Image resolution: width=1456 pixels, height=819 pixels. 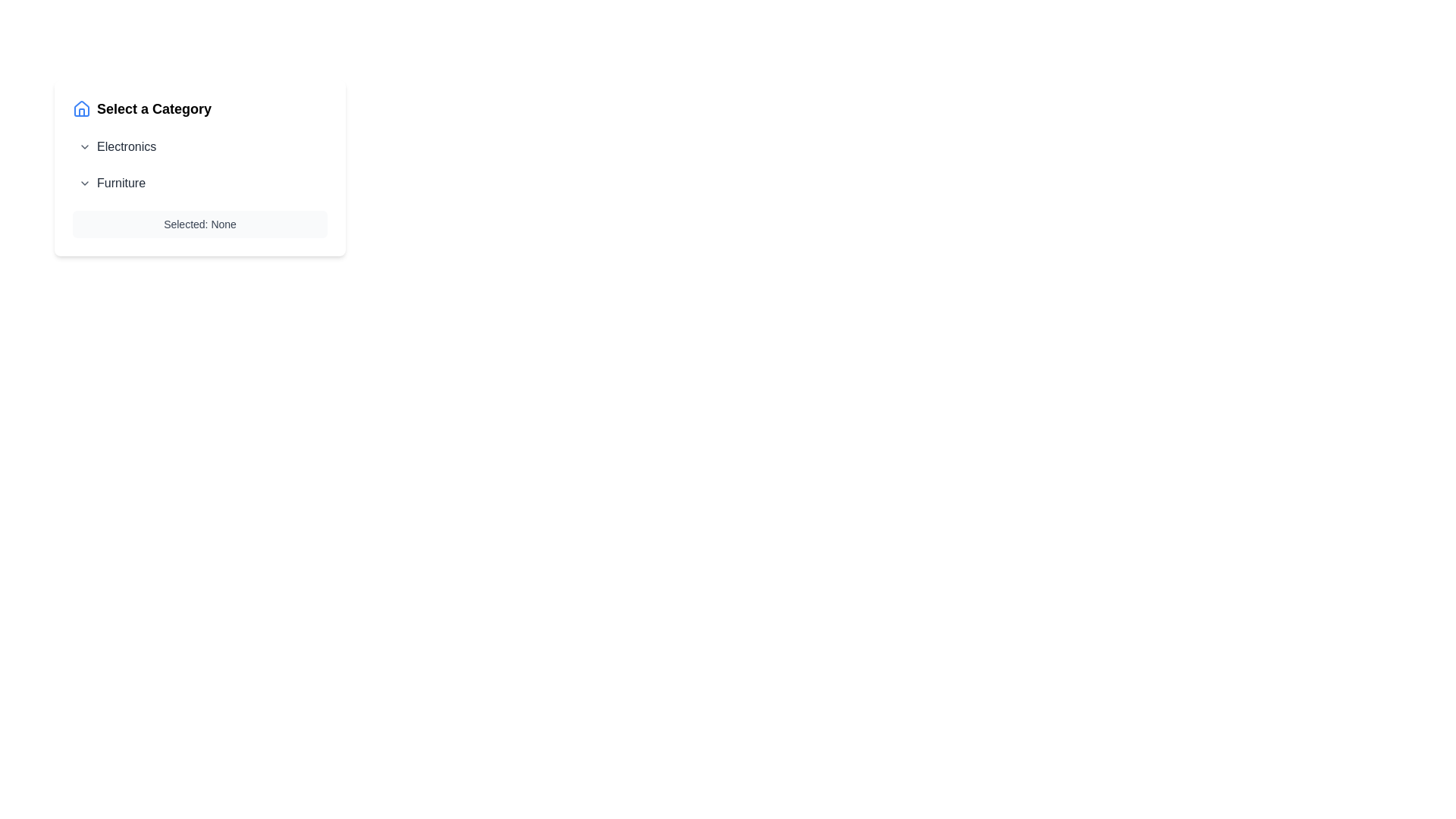 I want to click on the expand/collapse icon for the 'Furniture' list item to trigger its hover effect, so click(x=83, y=183).